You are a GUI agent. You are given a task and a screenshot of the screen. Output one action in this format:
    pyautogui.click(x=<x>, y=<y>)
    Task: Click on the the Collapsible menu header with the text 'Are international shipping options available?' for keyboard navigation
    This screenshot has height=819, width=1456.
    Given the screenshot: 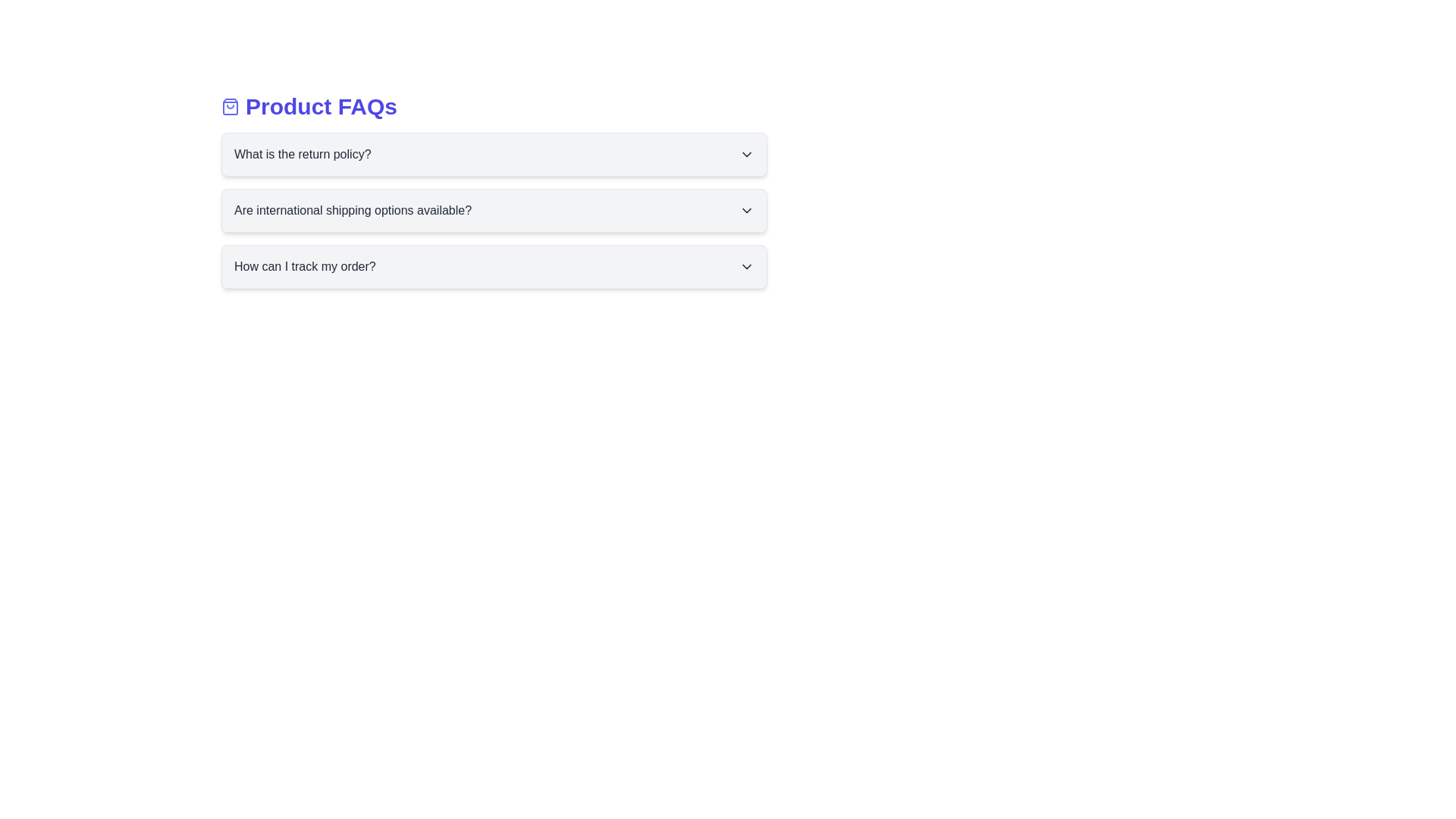 What is the action you would take?
    pyautogui.click(x=494, y=210)
    